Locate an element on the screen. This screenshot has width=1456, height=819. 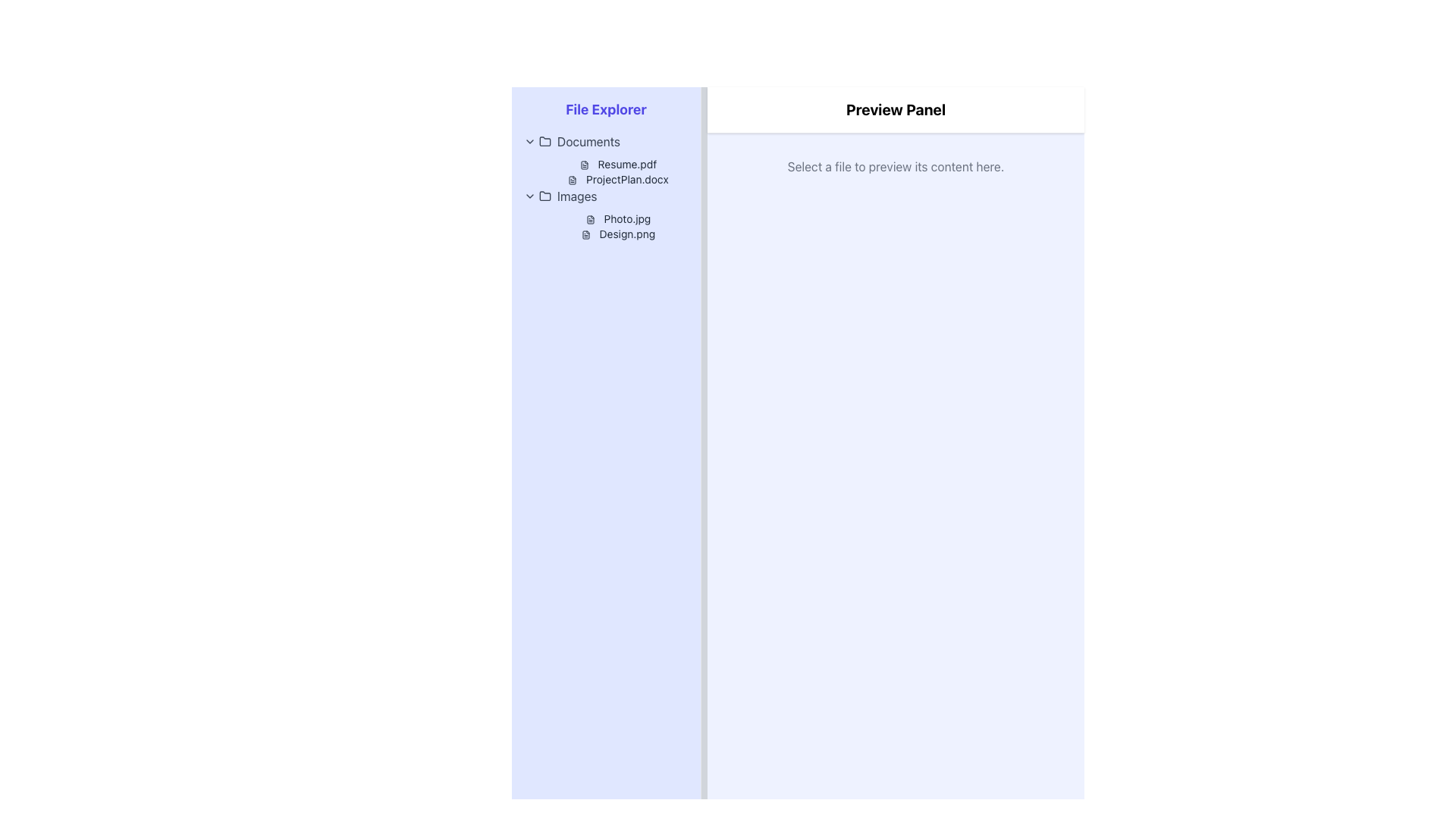
the header element located at the top of the right panel, which indicates the purpose of the content in the panel below it is located at coordinates (896, 109).